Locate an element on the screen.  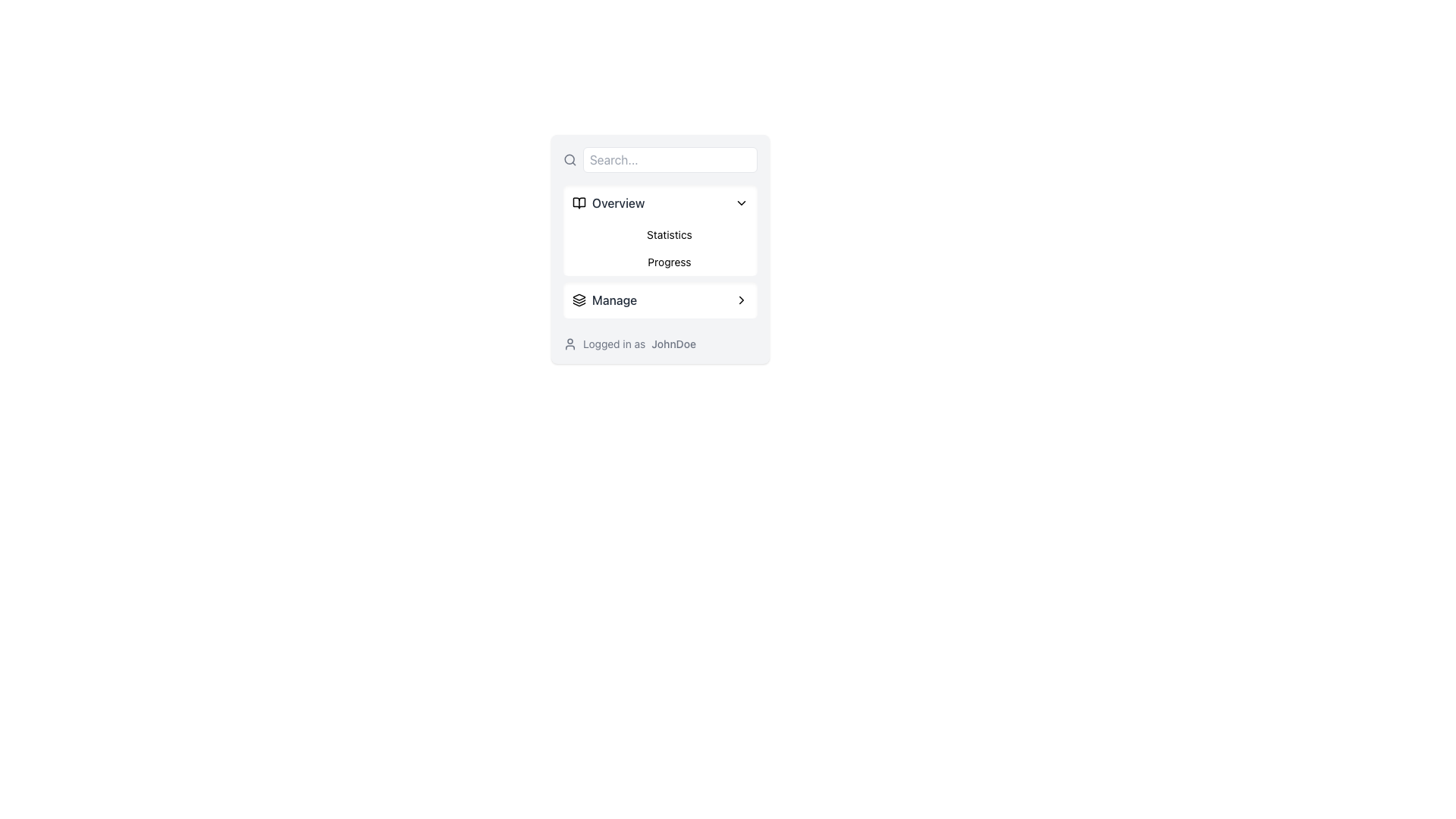
the 'Overview' navigational menu item, which is a Label with icon located near the top-left corner of the interface is located at coordinates (608, 202).